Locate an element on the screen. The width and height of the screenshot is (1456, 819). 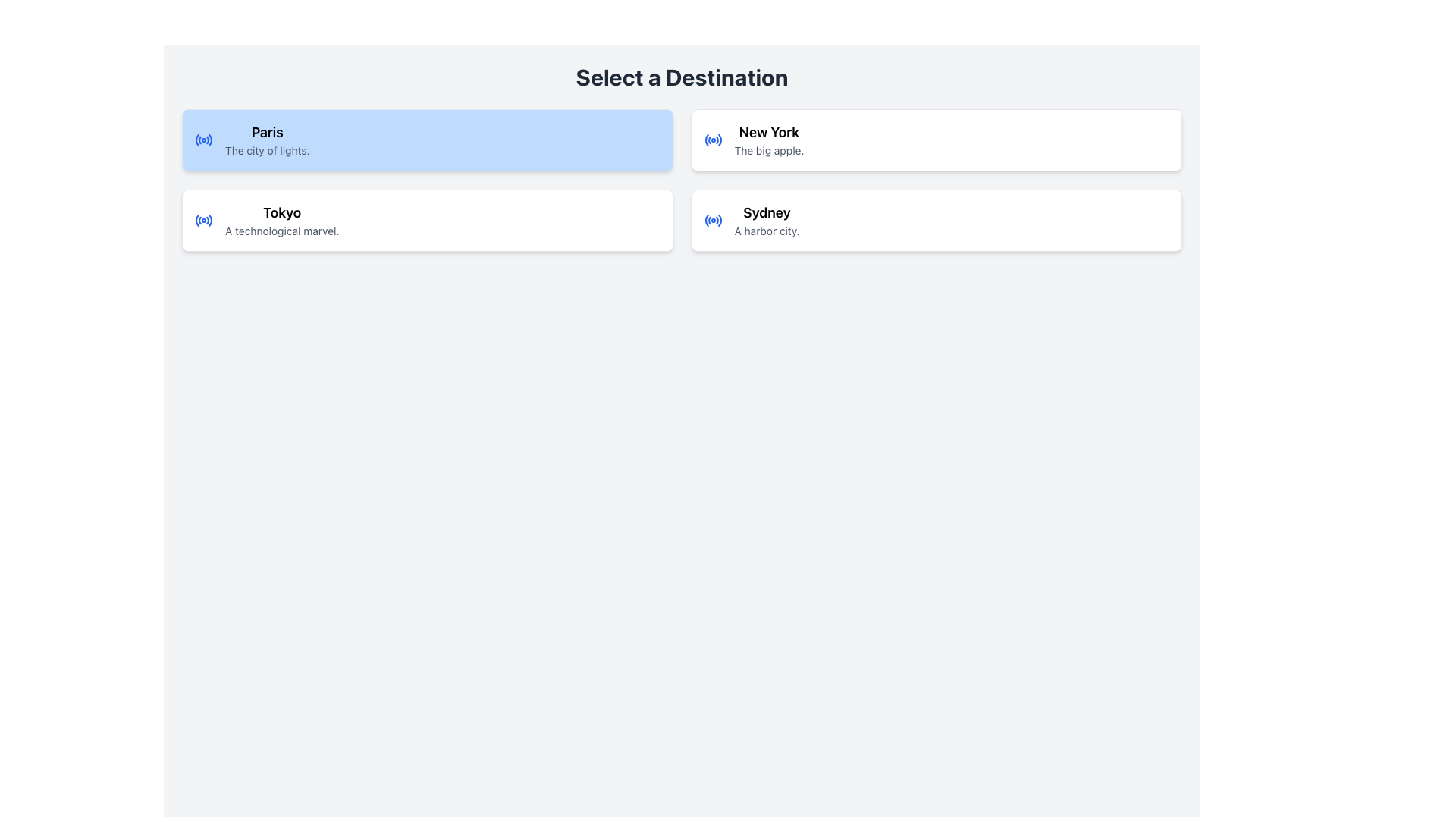
the text label that contains 'The city of lights.' styled in small gray font, located below the bold text 'Paris' in the blue-highlighted box is located at coordinates (267, 151).